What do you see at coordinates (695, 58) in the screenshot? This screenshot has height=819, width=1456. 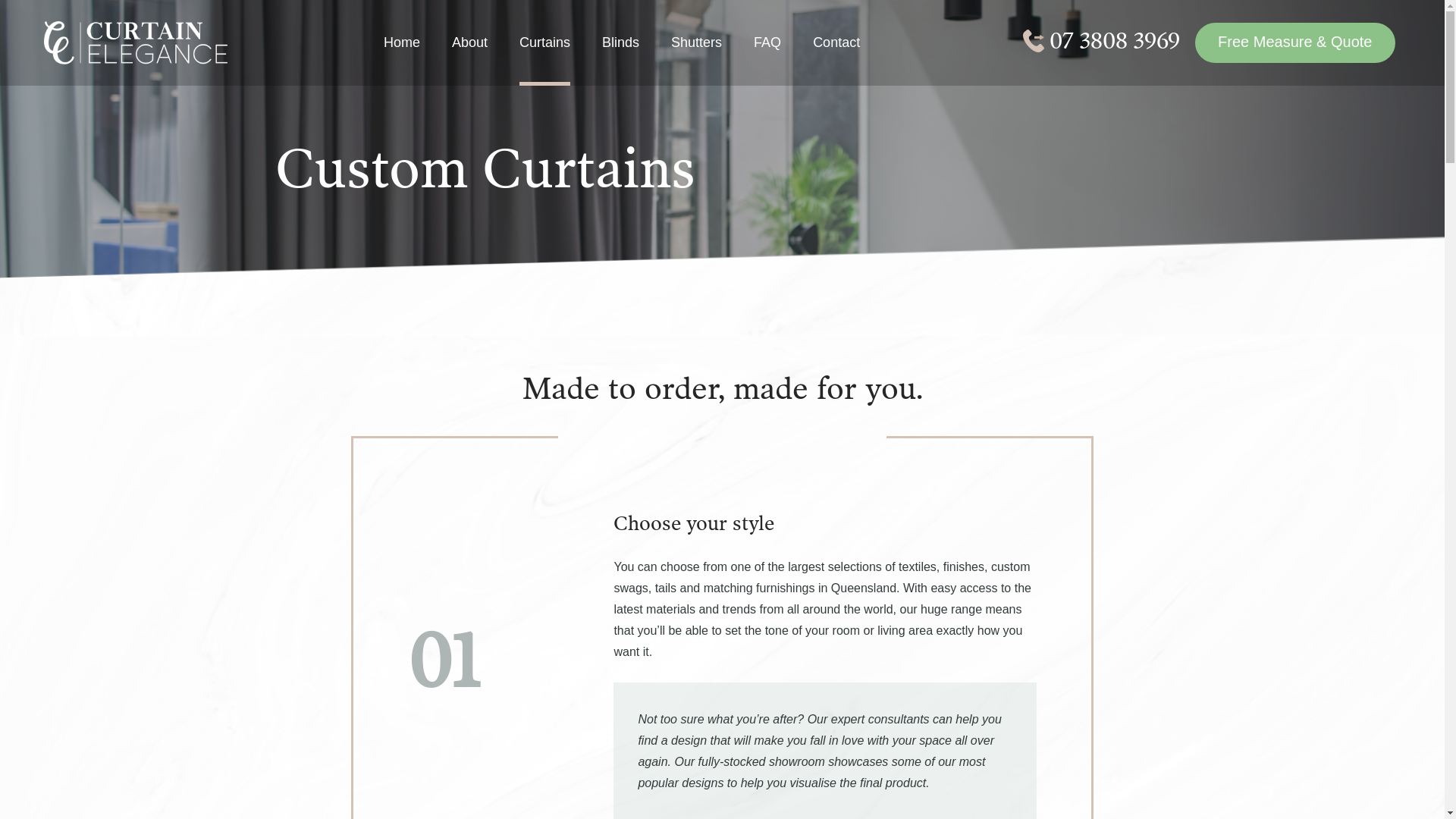 I see `'Shutters'` at bounding box center [695, 58].